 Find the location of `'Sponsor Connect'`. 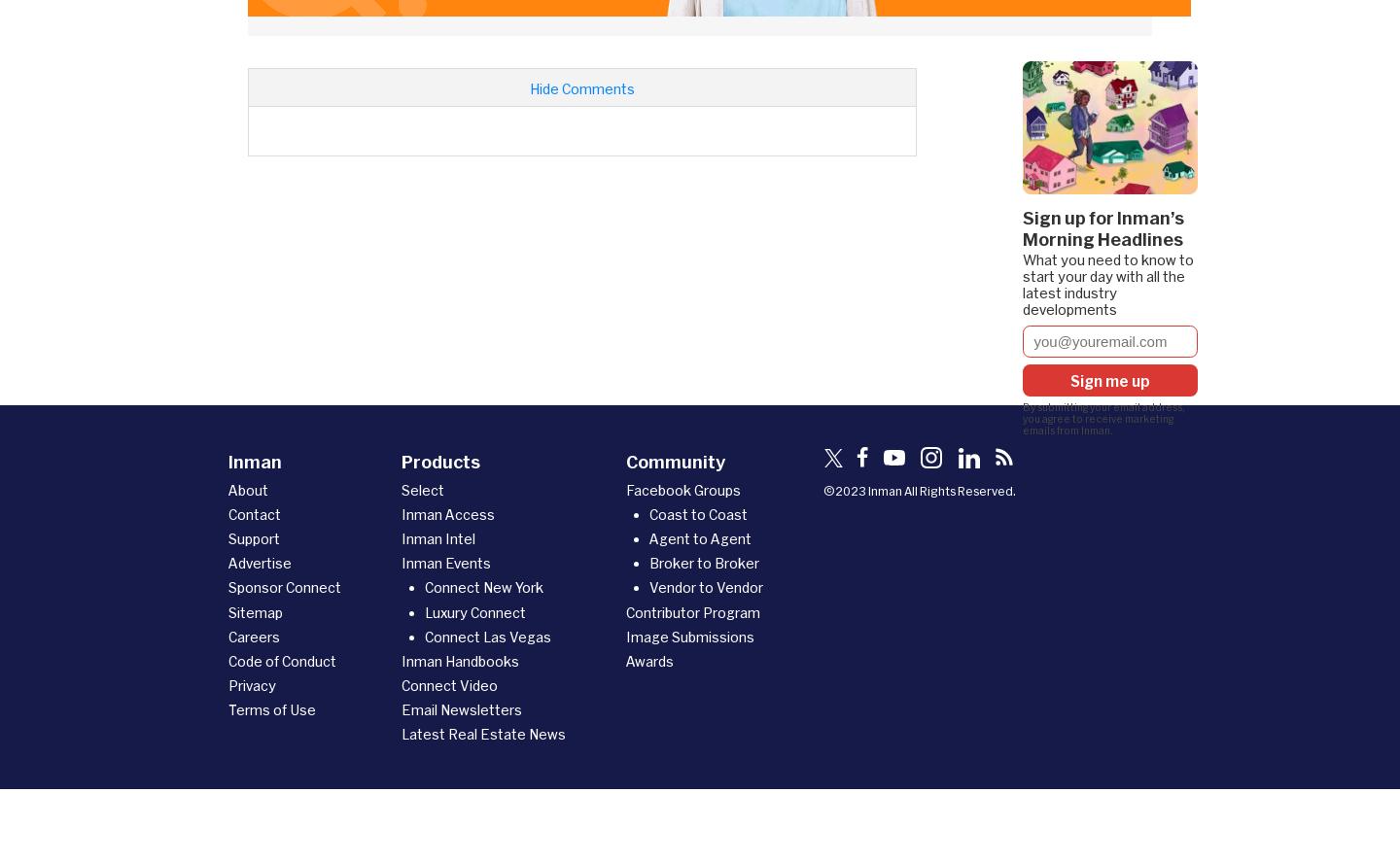

'Sponsor Connect' is located at coordinates (284, 587).